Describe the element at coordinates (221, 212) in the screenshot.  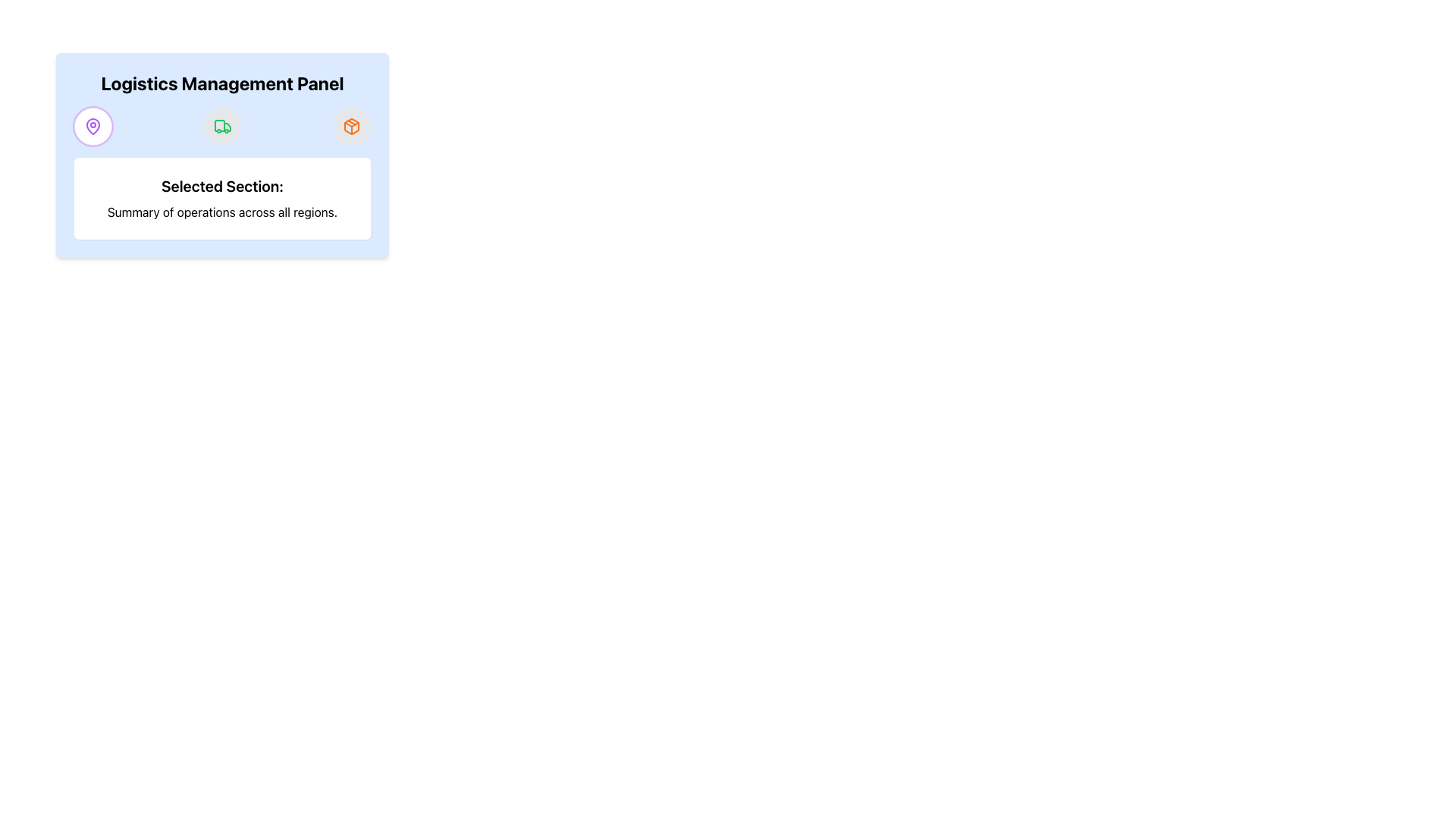
I see `the static text label that provides a descriptive summary about operations, located beneath the title 'Selected Section.'` at that location.